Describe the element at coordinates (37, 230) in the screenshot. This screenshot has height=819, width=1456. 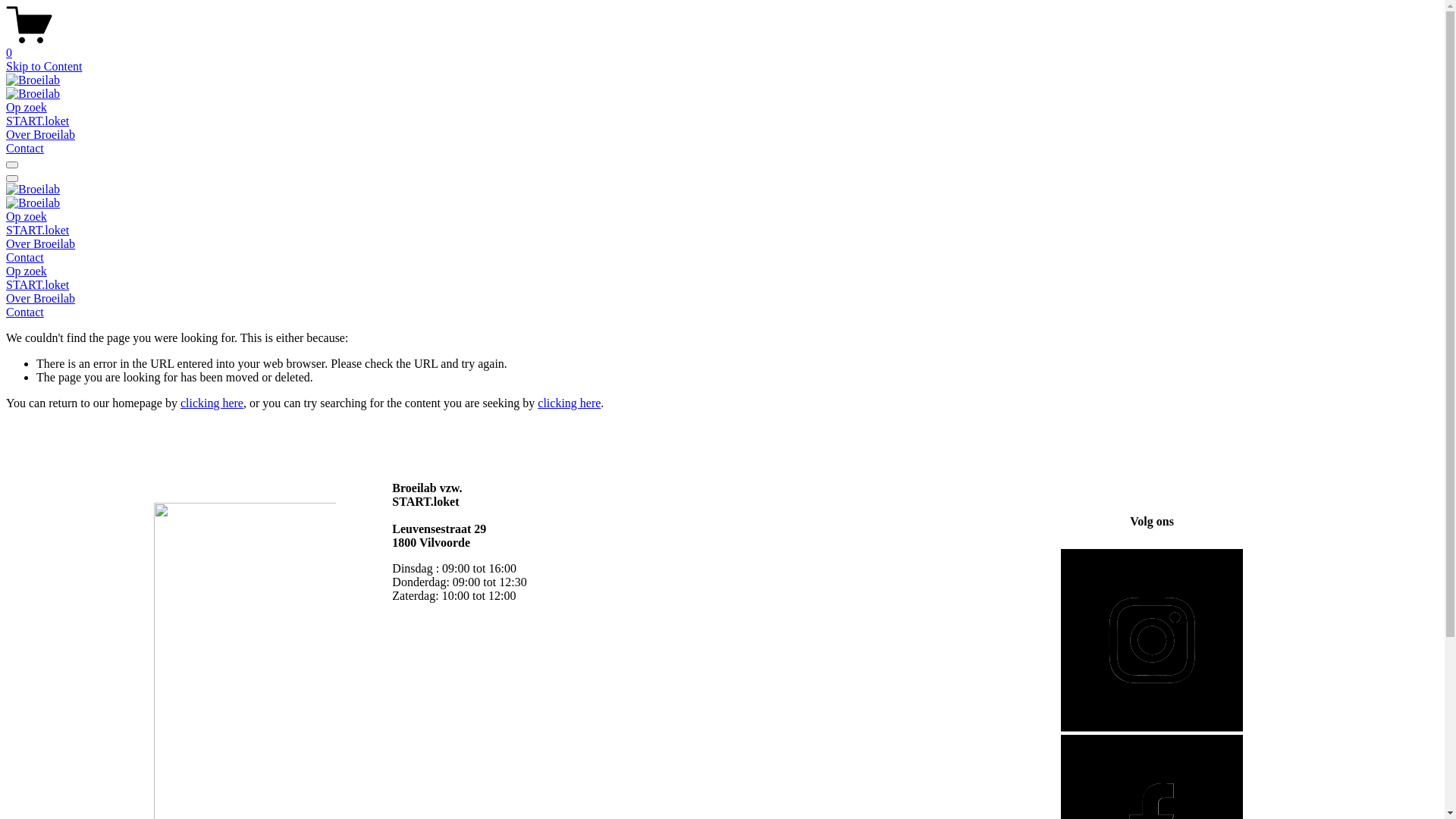
I see `'START.loket'` at that location.